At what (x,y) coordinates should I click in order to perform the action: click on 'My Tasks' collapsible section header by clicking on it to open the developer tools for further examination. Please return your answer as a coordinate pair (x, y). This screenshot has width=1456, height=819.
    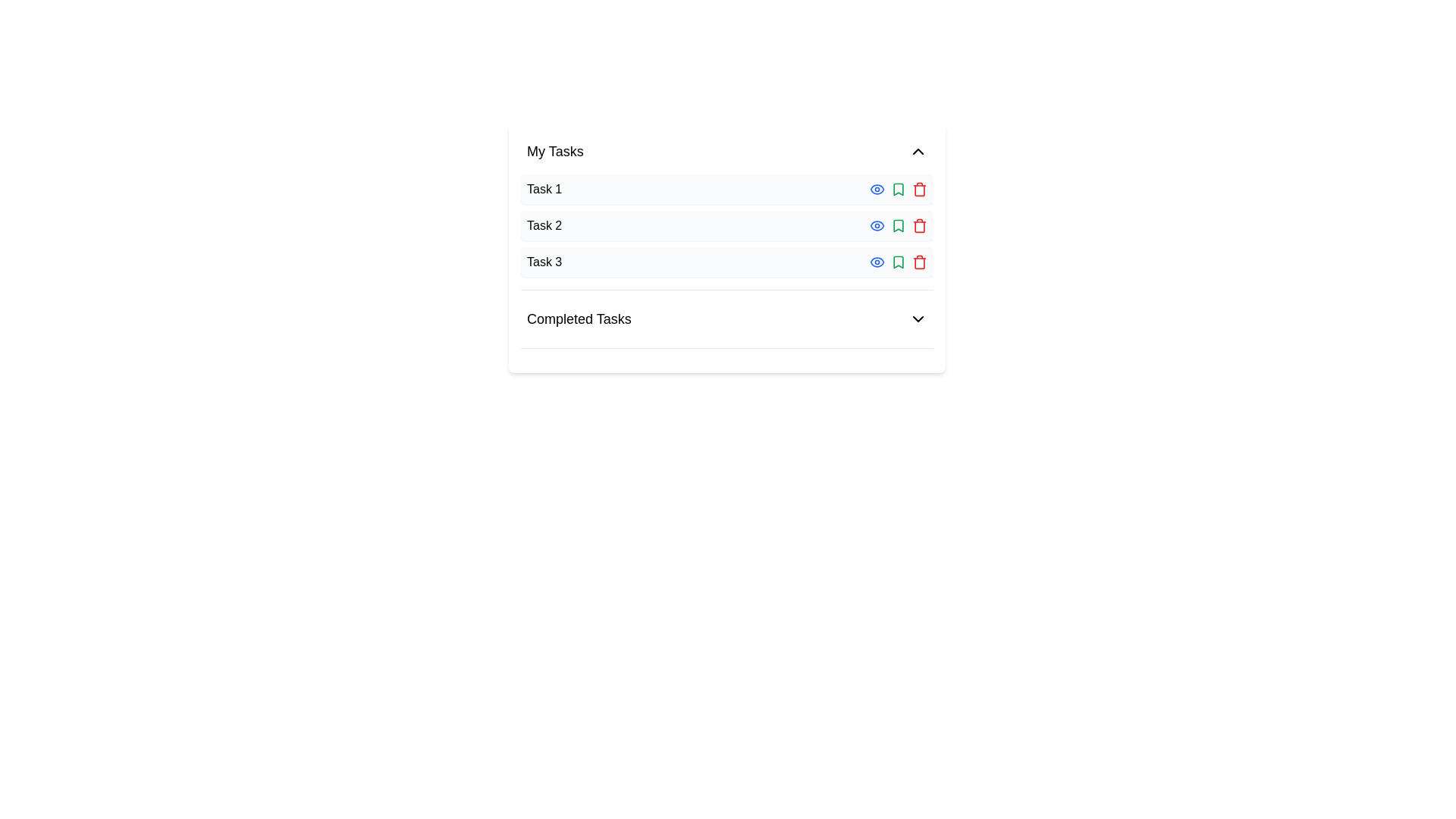
    Looking at the image, I should click on (726, 152).